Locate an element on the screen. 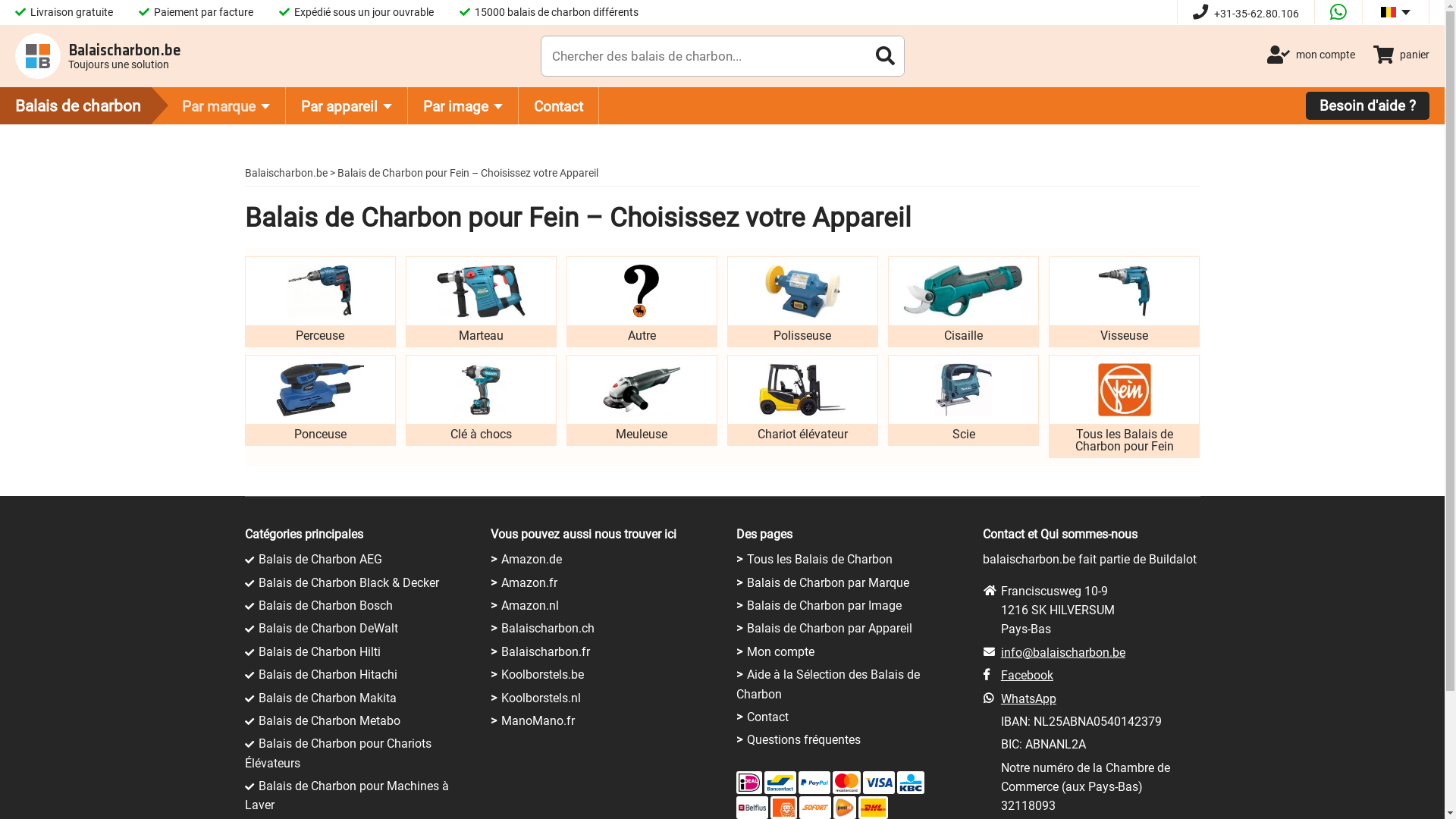 The image size is (1456, 819). 'Balaischarbon.be is located at coordinates (97, 55).